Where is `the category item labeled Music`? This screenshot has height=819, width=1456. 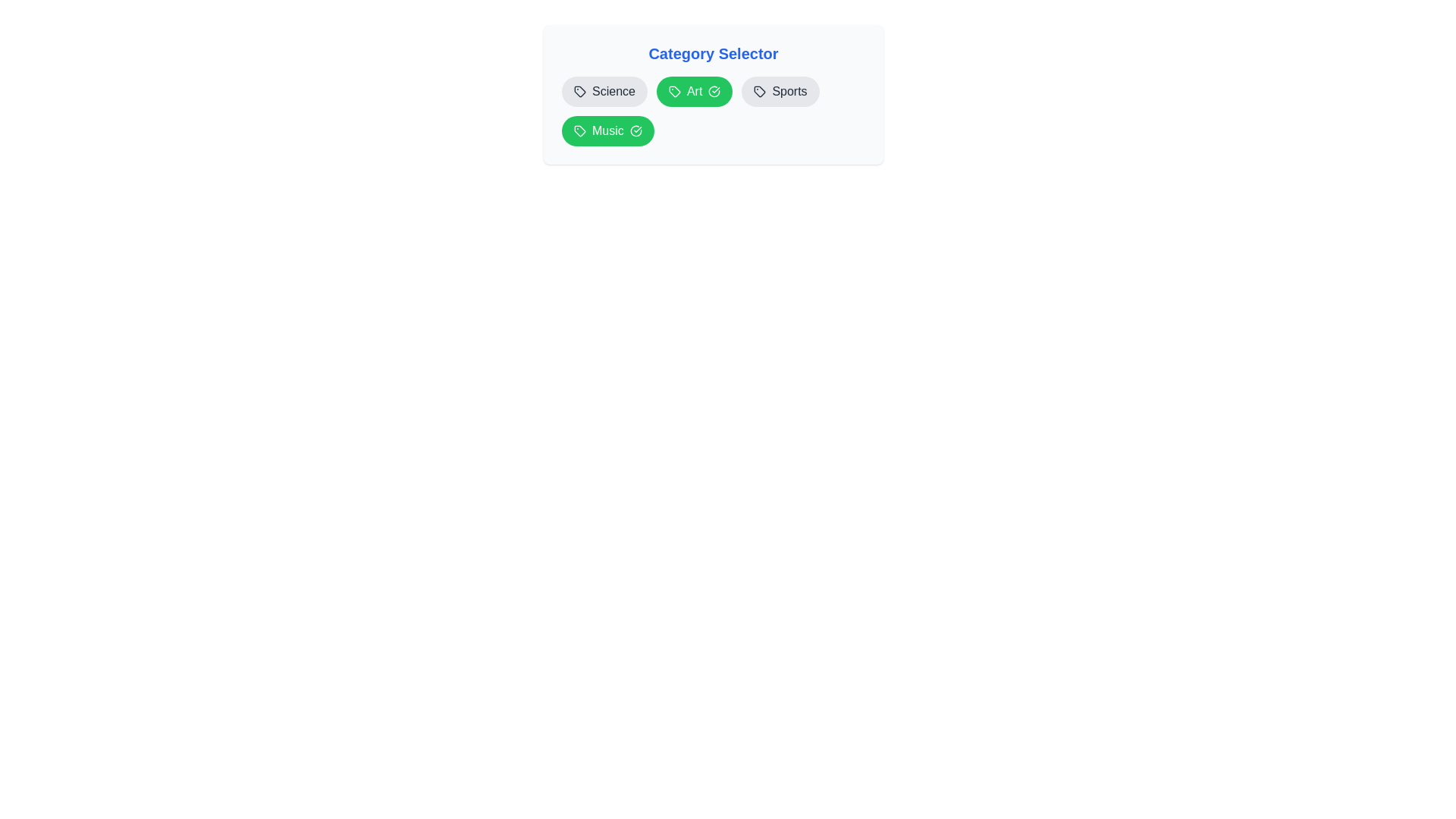
the category item labeled Music is located at coordinates (607, 130).